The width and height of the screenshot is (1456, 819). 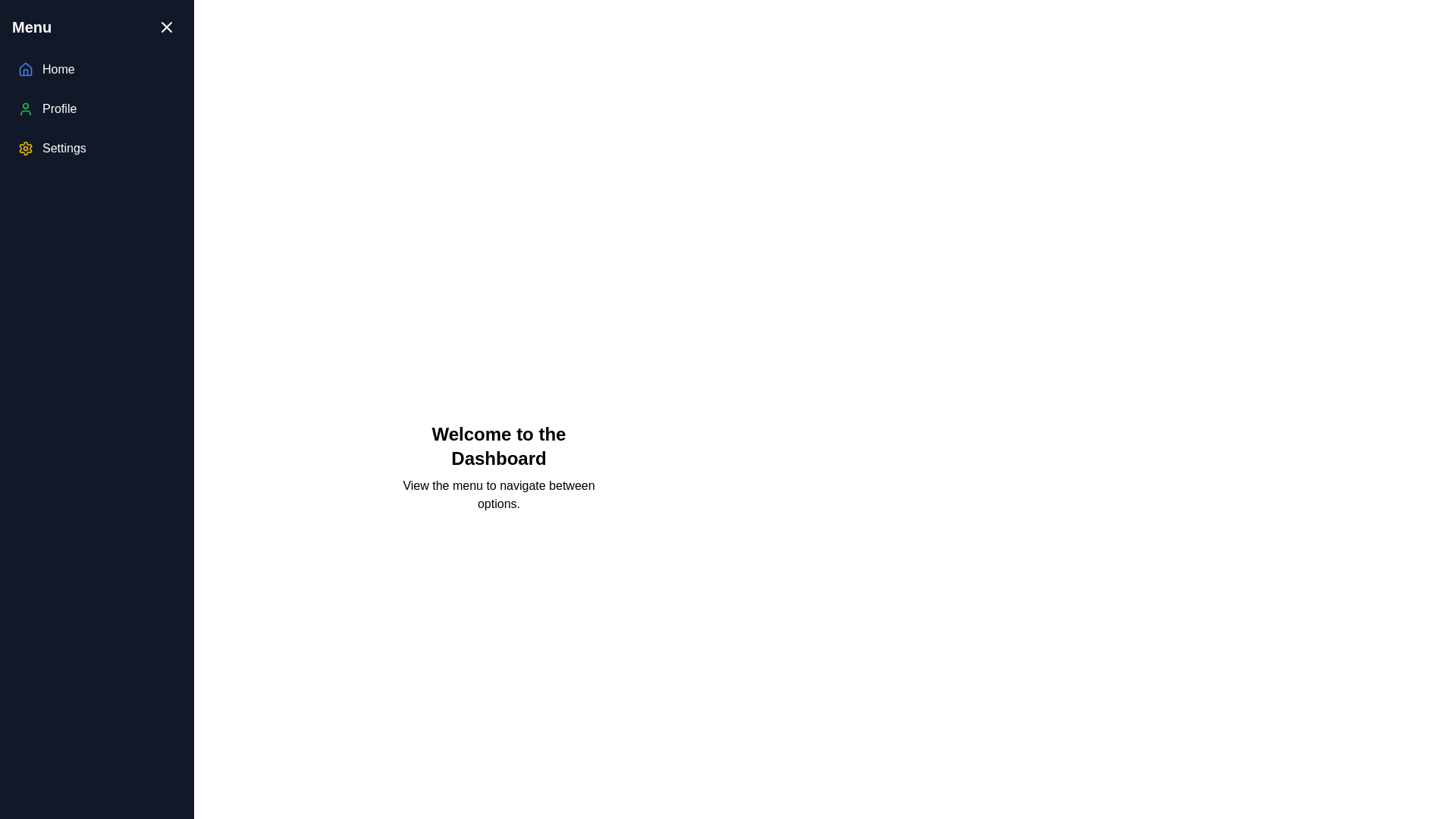 I want to click on the bottommost list item in the vertical navigation menu, so click(x=96, y=149).